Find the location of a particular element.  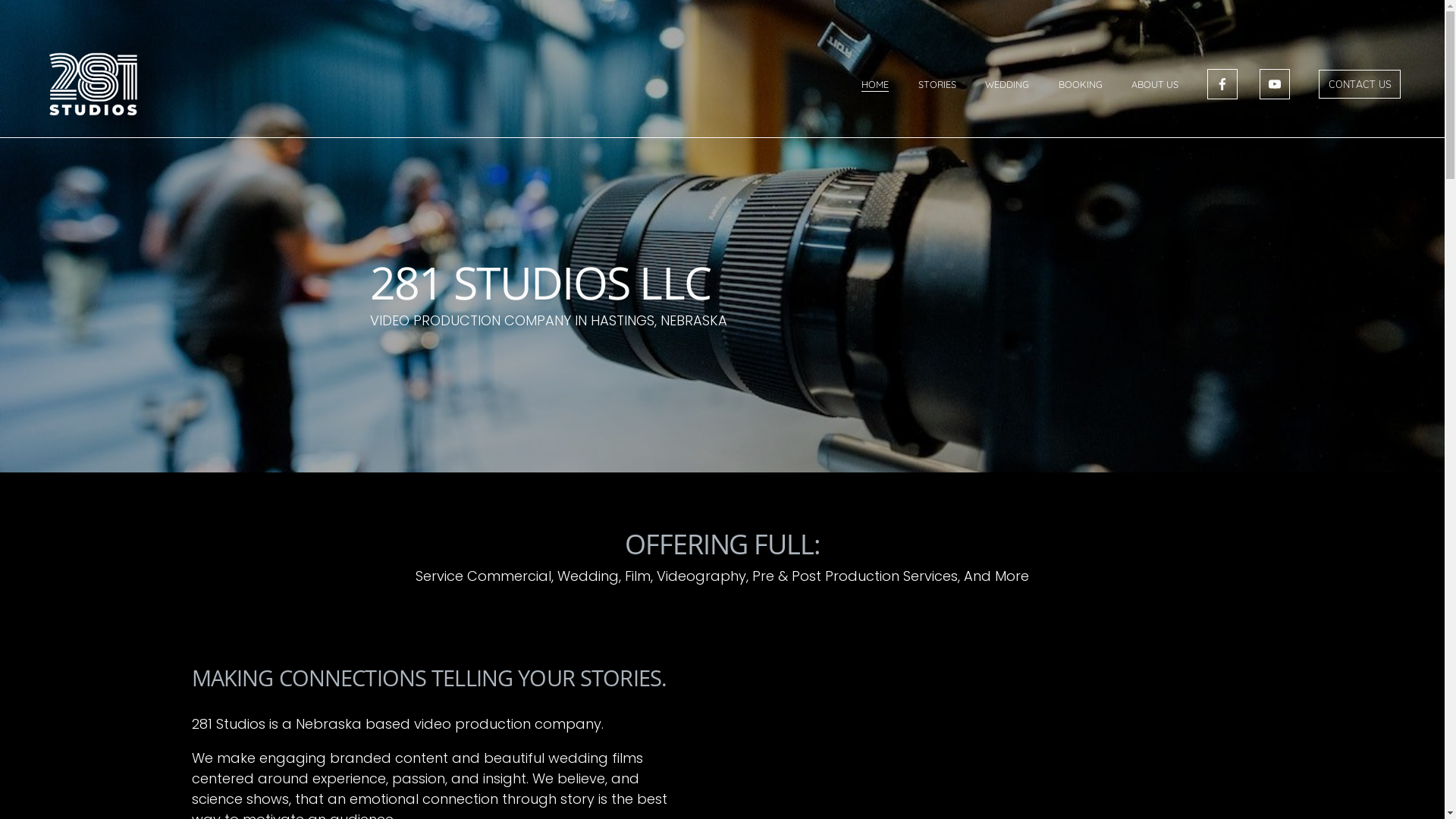

'ABOUT US' is located at coordinates (1153, 84).